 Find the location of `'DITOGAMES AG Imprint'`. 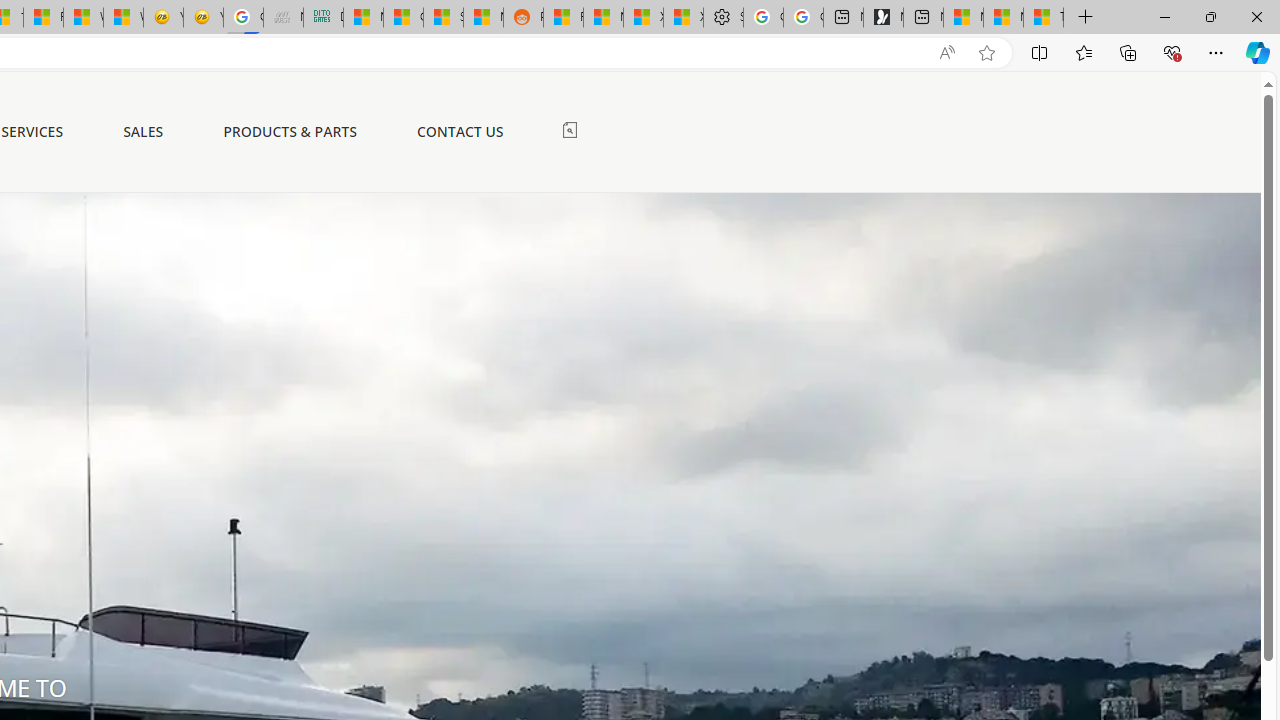

'DITOGAMES AG Imprint' is located at coordinates (323, 17).